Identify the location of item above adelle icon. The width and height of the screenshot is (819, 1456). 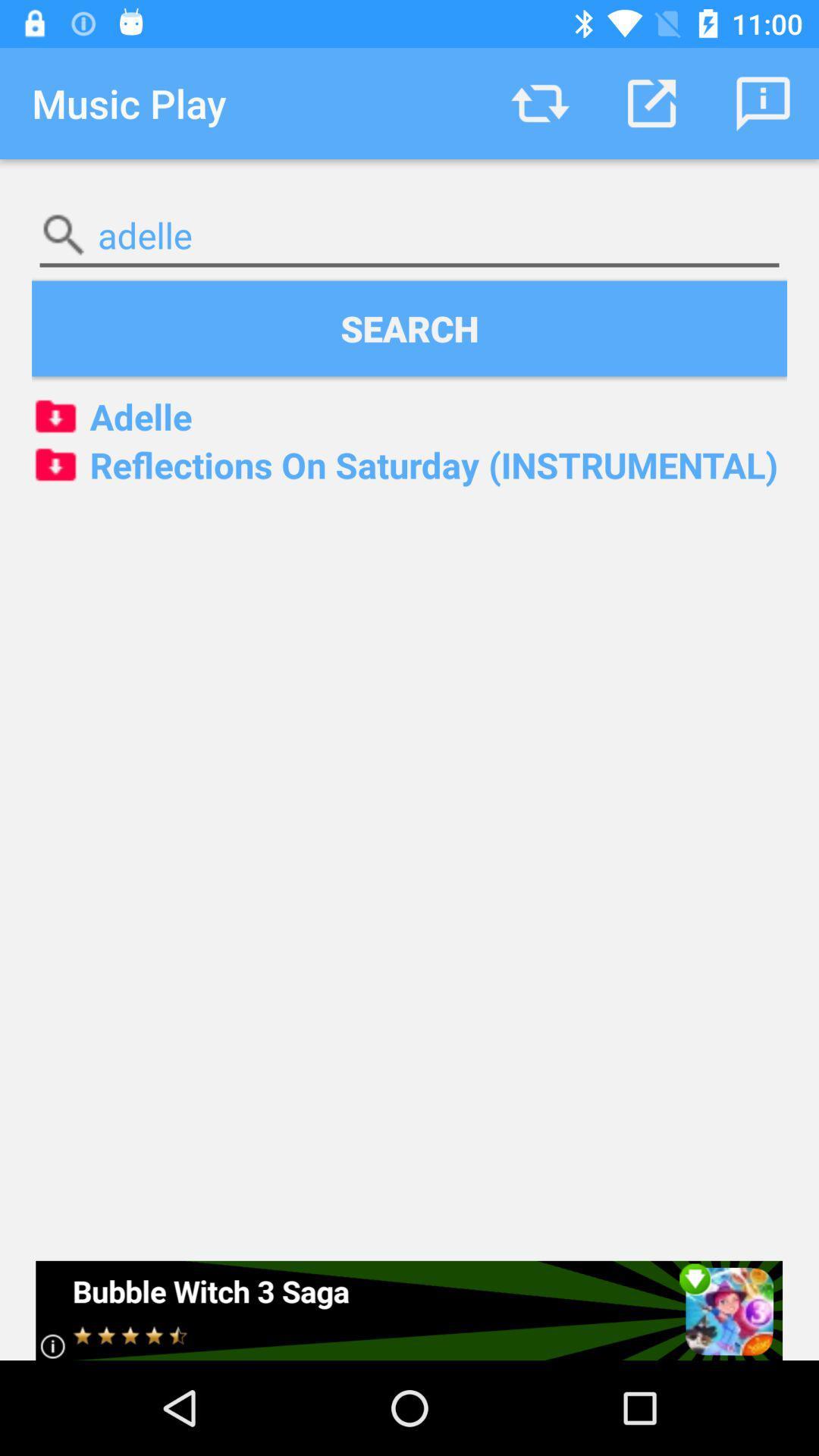
(409, 328).